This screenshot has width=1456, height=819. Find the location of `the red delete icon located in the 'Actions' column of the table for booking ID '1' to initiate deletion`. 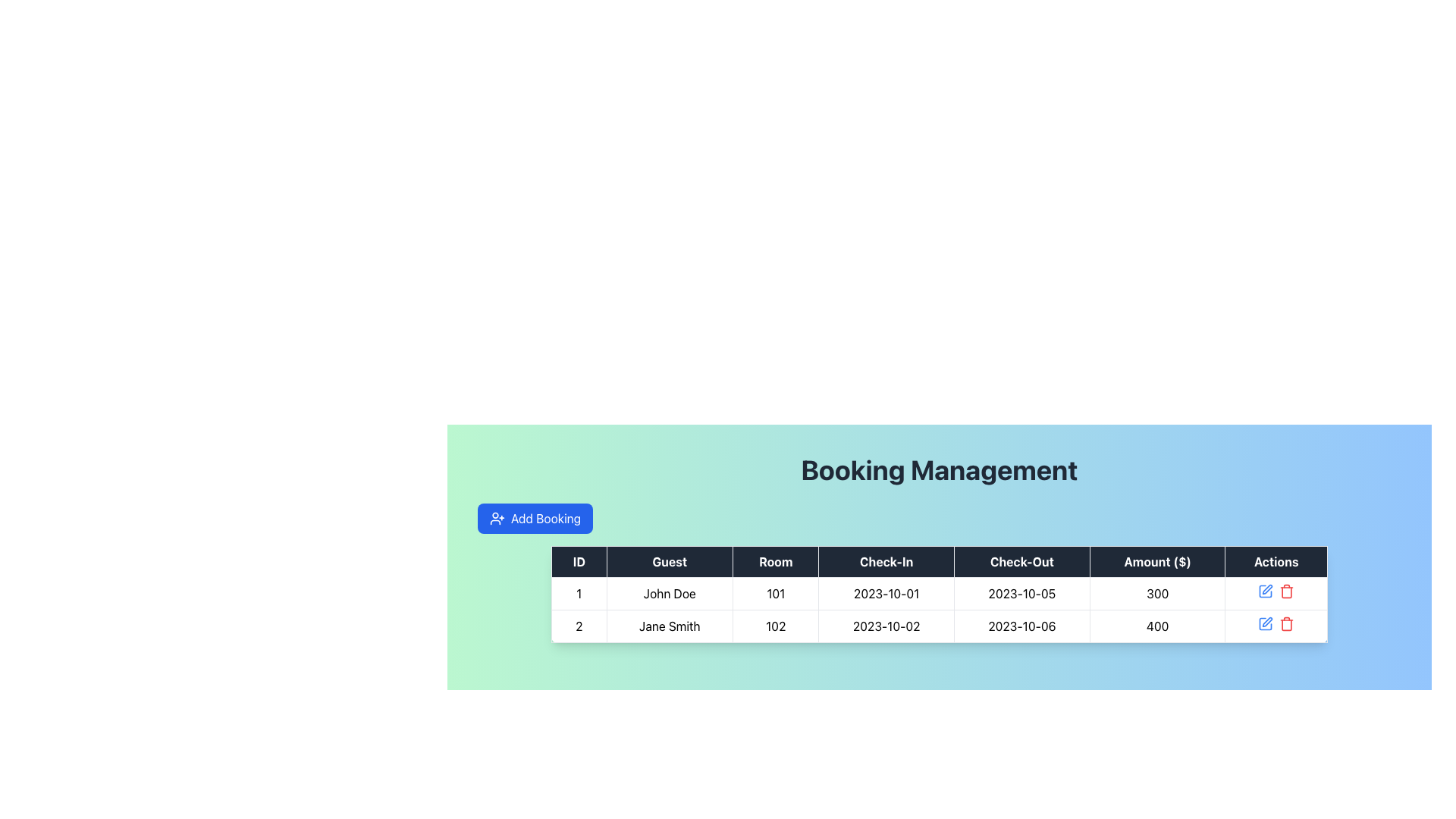

the red delete icon located in the 'Actions' column of the table for booking ID '1' to initiate deletion is located at coordinates (1276, 593).